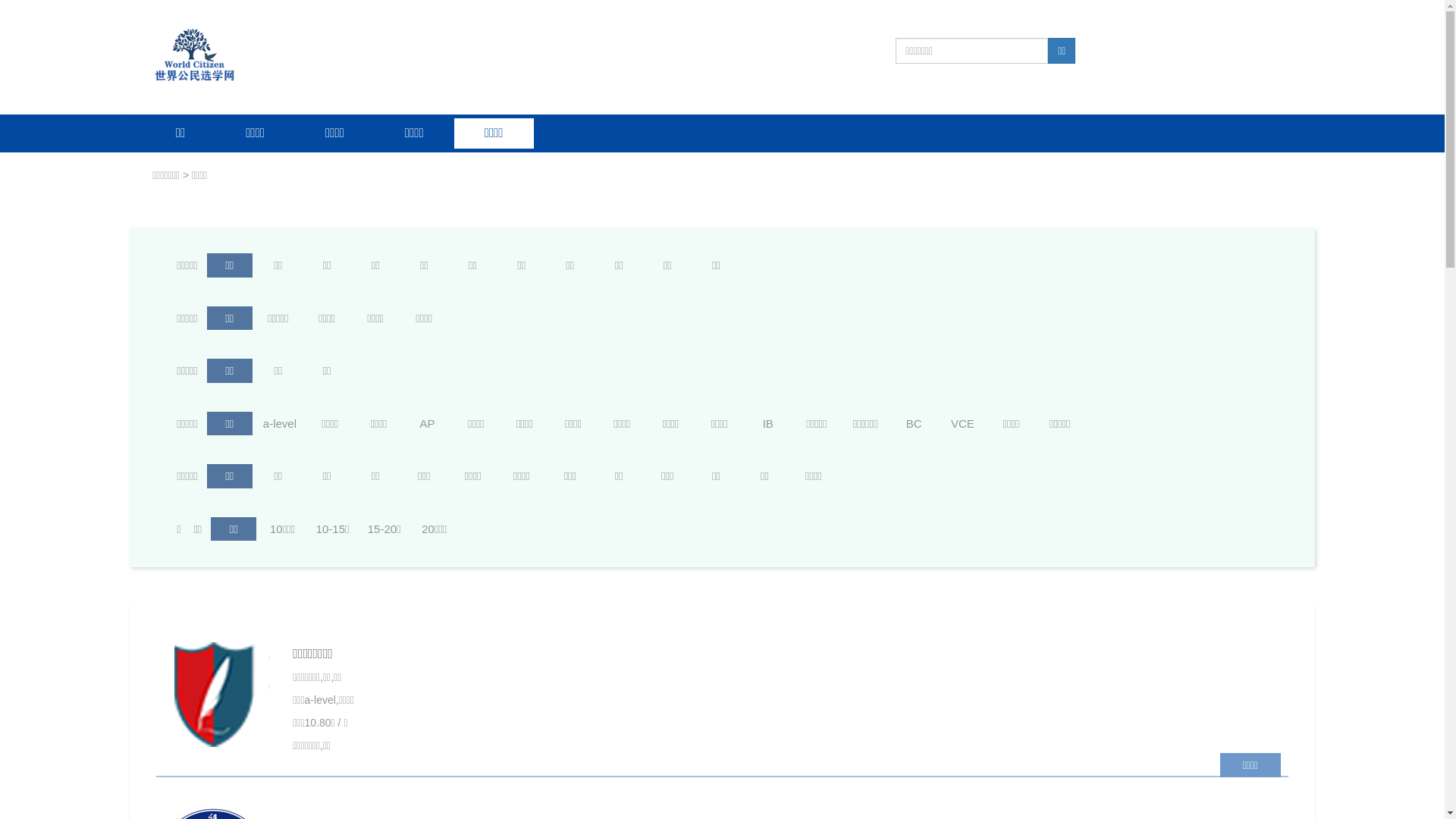  Describe the element at coordinates (427, 423) in the screenshot. I see `'AP'` at that location.